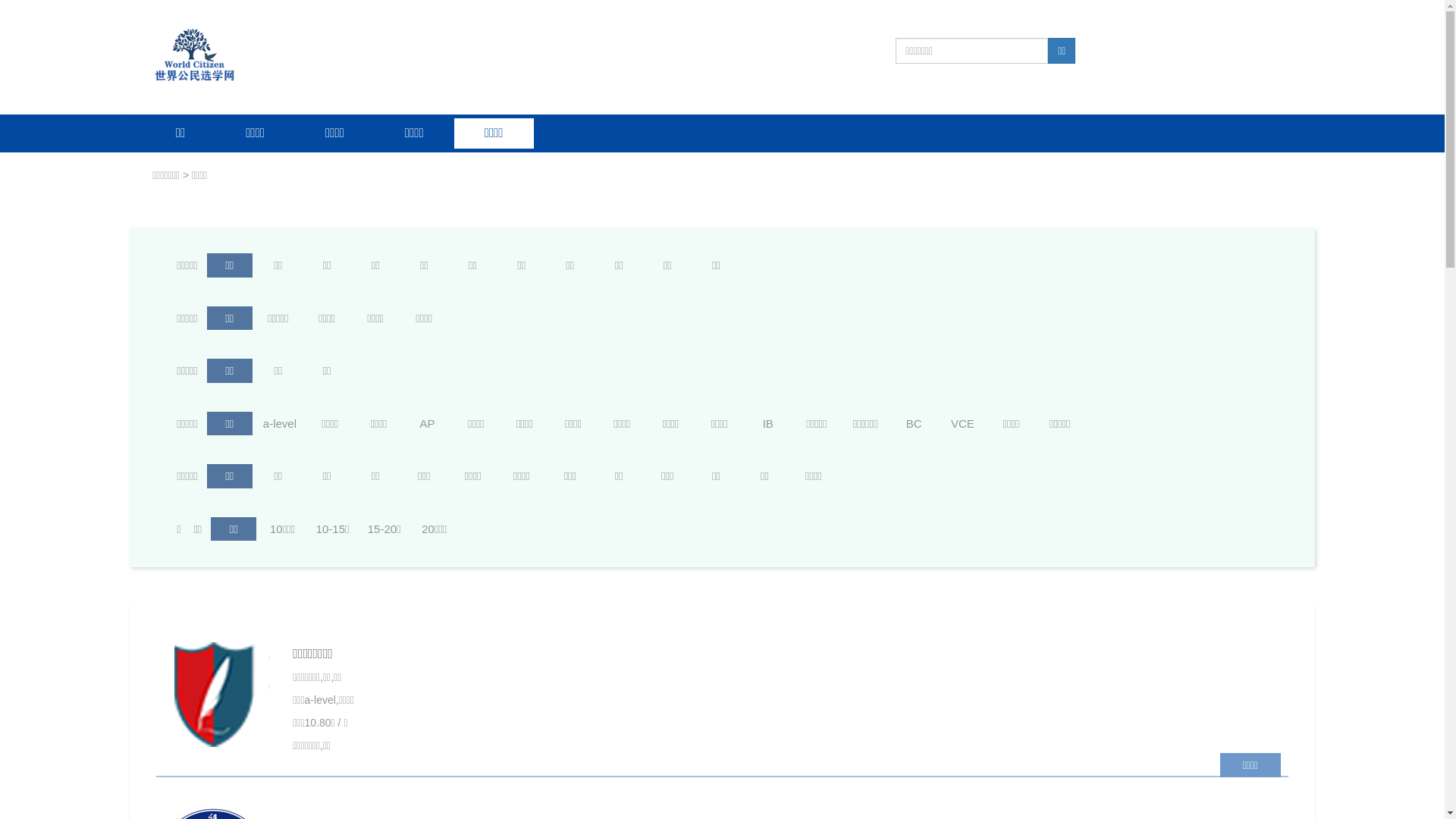  Describe the element at coordinates (427, 423) in the screenshot. I see `'AP'` at that location.